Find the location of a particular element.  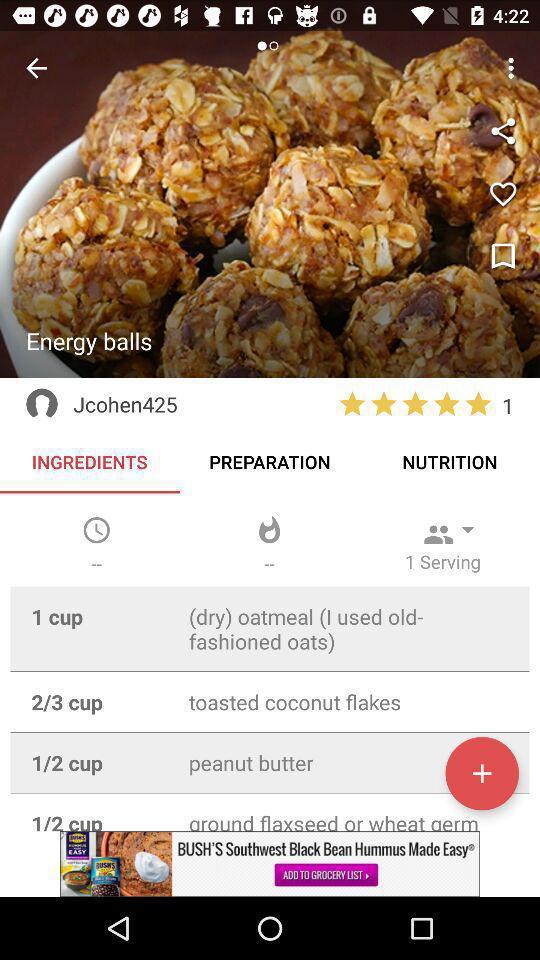

the advertisement is located at coordinates (270, 863).